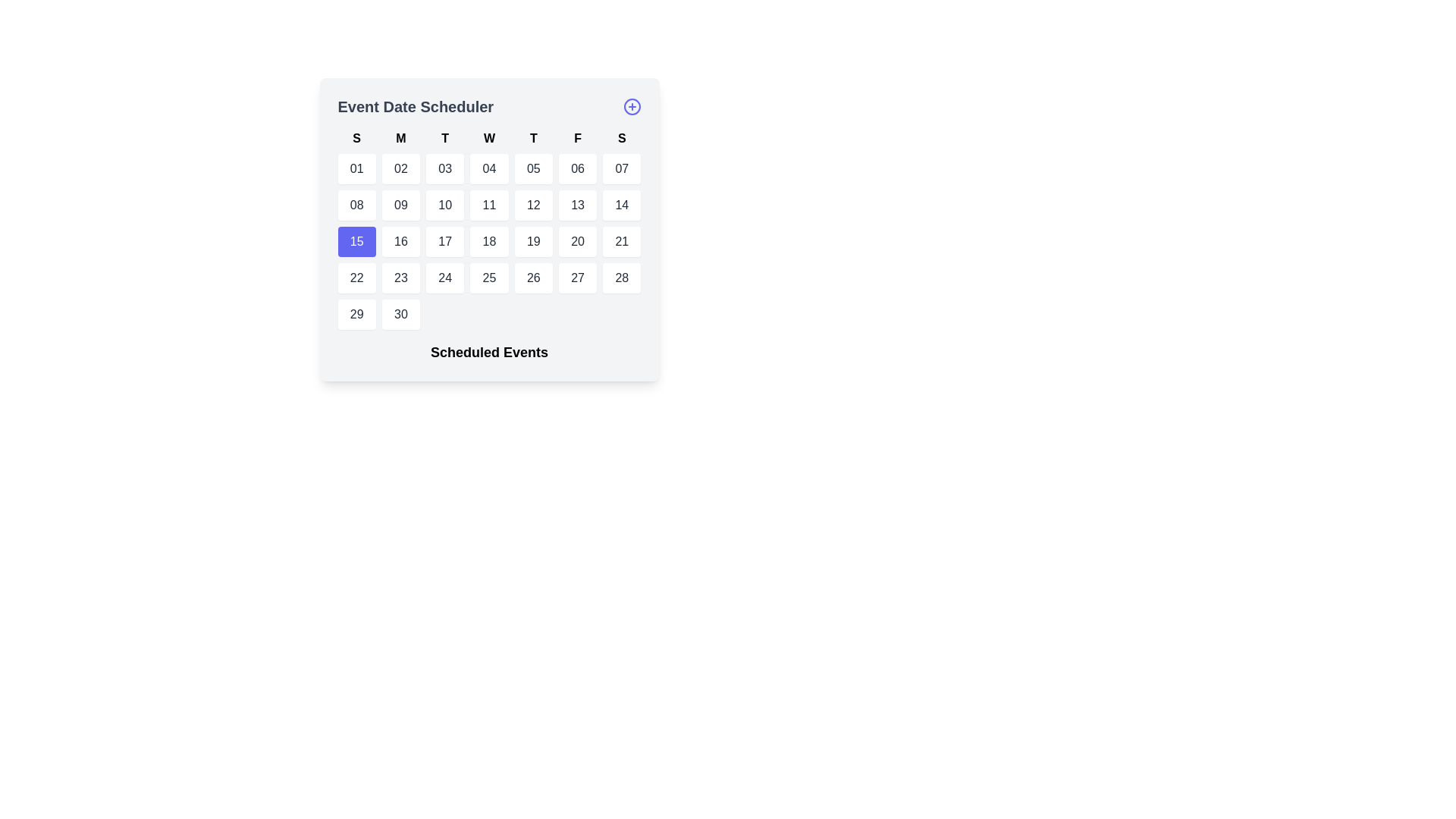  Describe the element at coordinates (416, 106) in the screenshot. I see `the text label reading 'Event Date Scheduler', which is styled with a bold, large font and grayish text color, located at the upper-left corner of the calendar interface component` at that location.